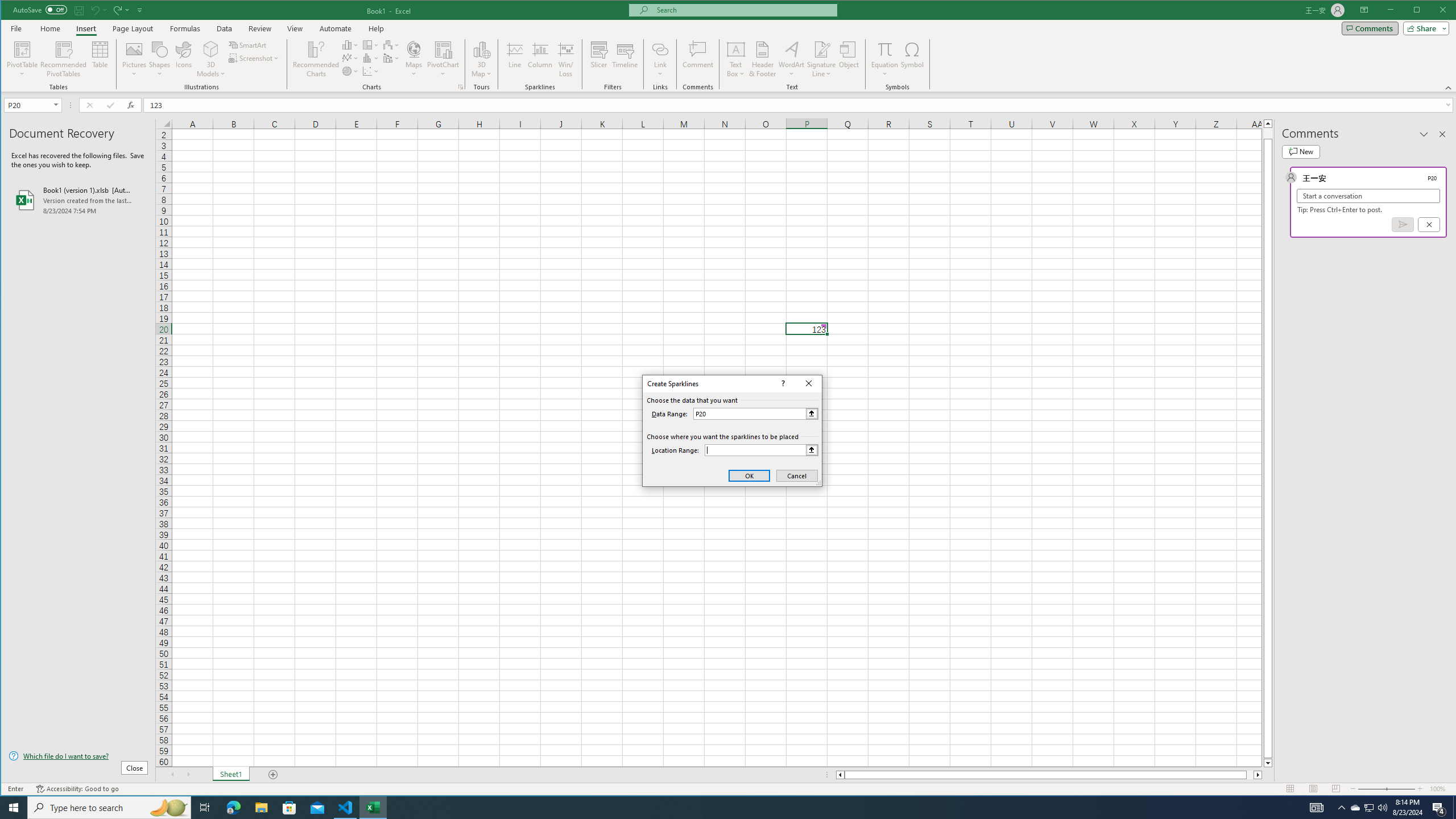 The image size is (1456, 819). I want to click on 'PivotChart', so click(442, 59).